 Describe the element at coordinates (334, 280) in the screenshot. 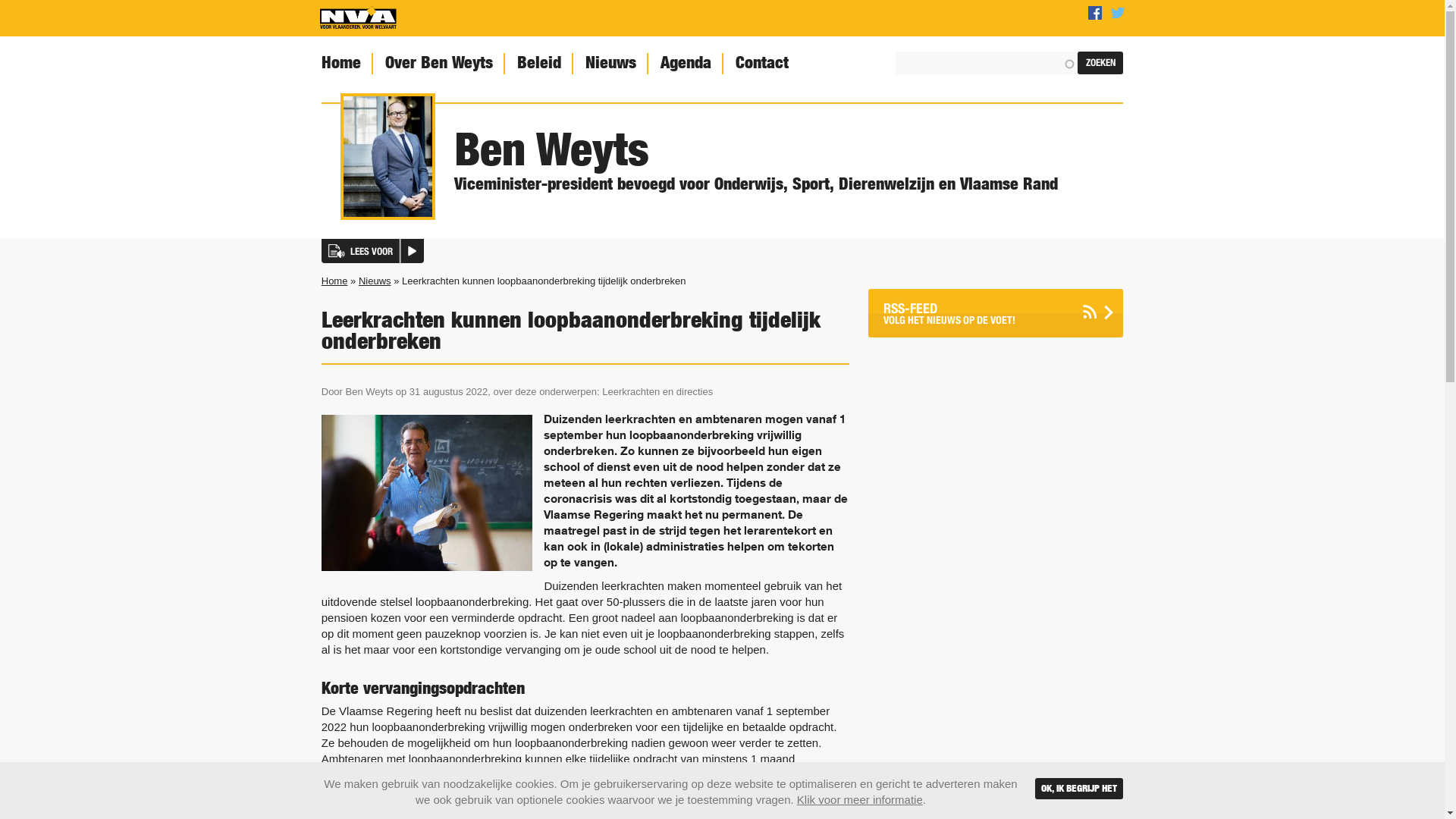

I see `'Home'` at that location.